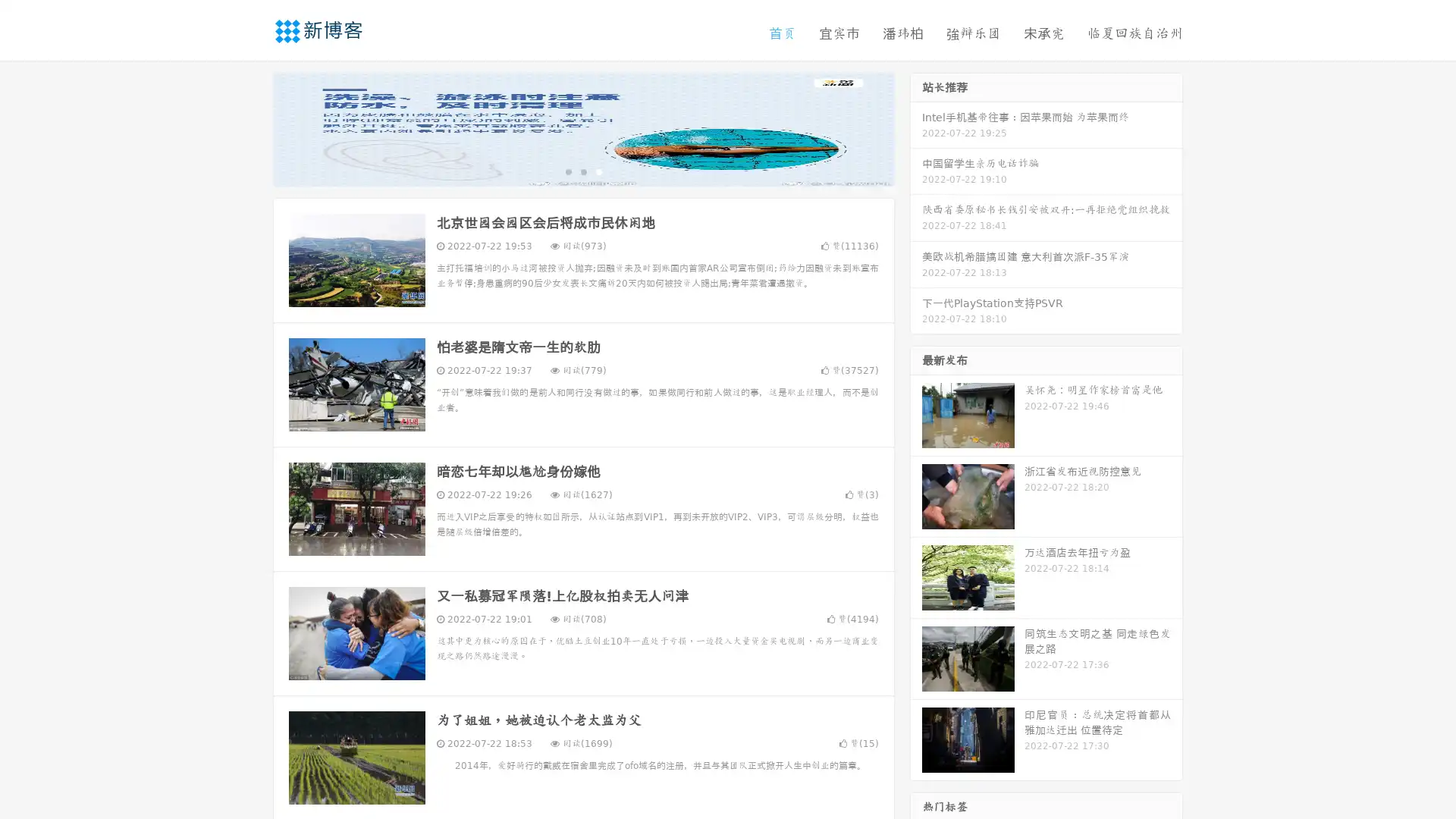 This screenshot has width=1456, height=819. I want to click on Next slide, so click(916, 127).